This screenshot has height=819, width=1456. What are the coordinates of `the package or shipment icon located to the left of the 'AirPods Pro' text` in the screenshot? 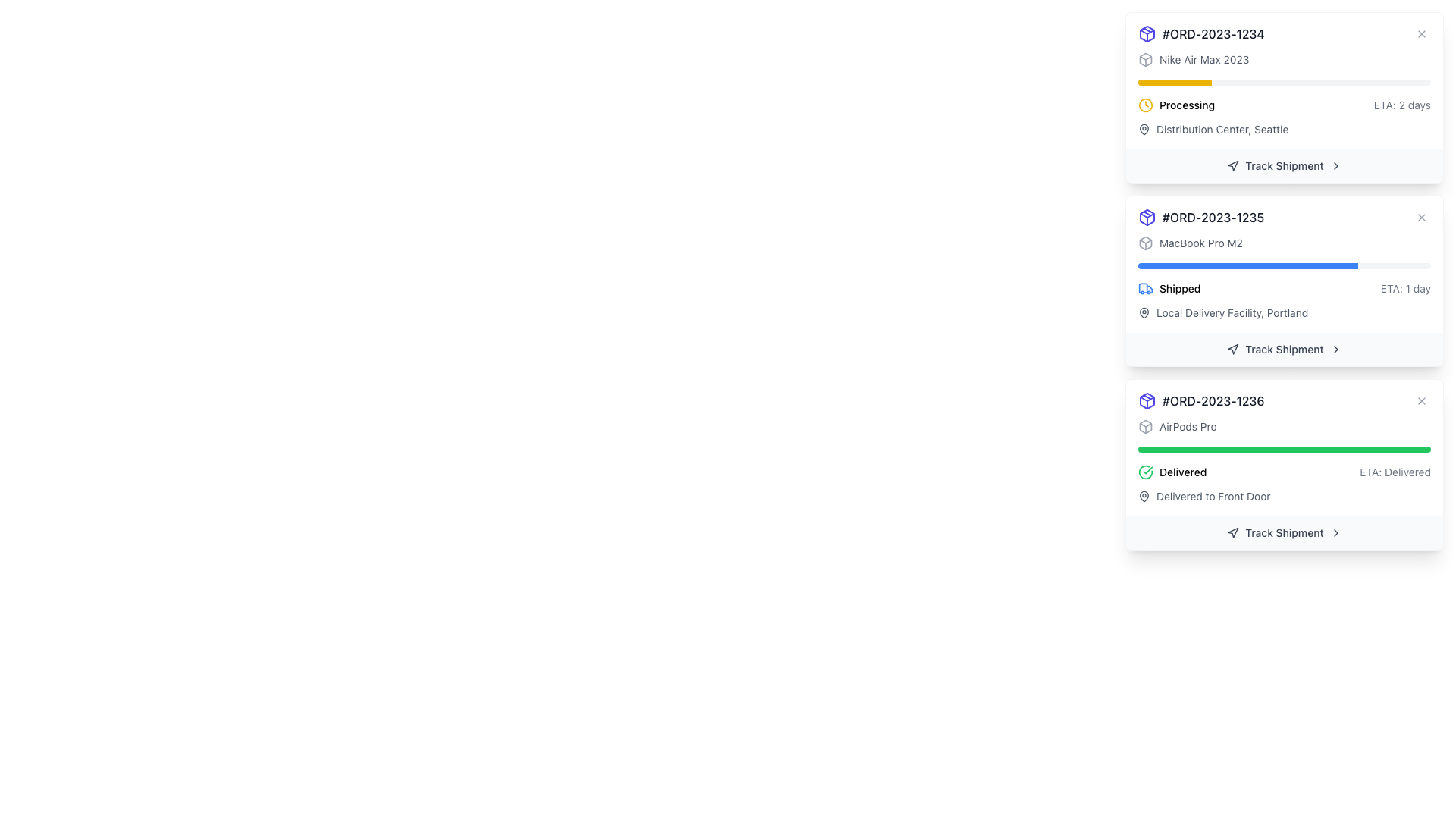 It's located at (1146, 427).